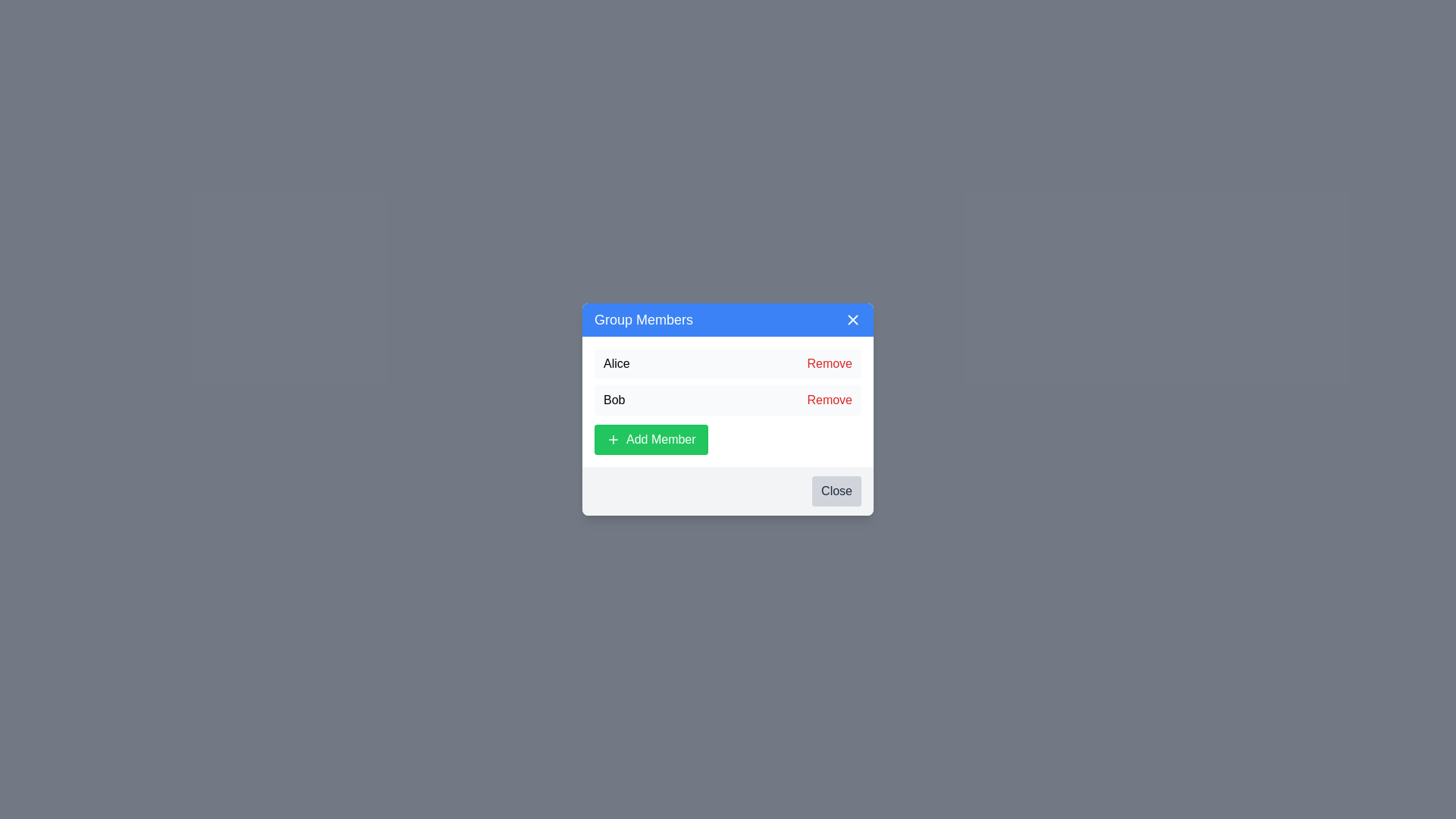 The width and height of the screenshot is (1456, 819). I want to click on the close button located in the bottom-right corner of the pop-up modal to receive interactive feedback, so click(836, 491).